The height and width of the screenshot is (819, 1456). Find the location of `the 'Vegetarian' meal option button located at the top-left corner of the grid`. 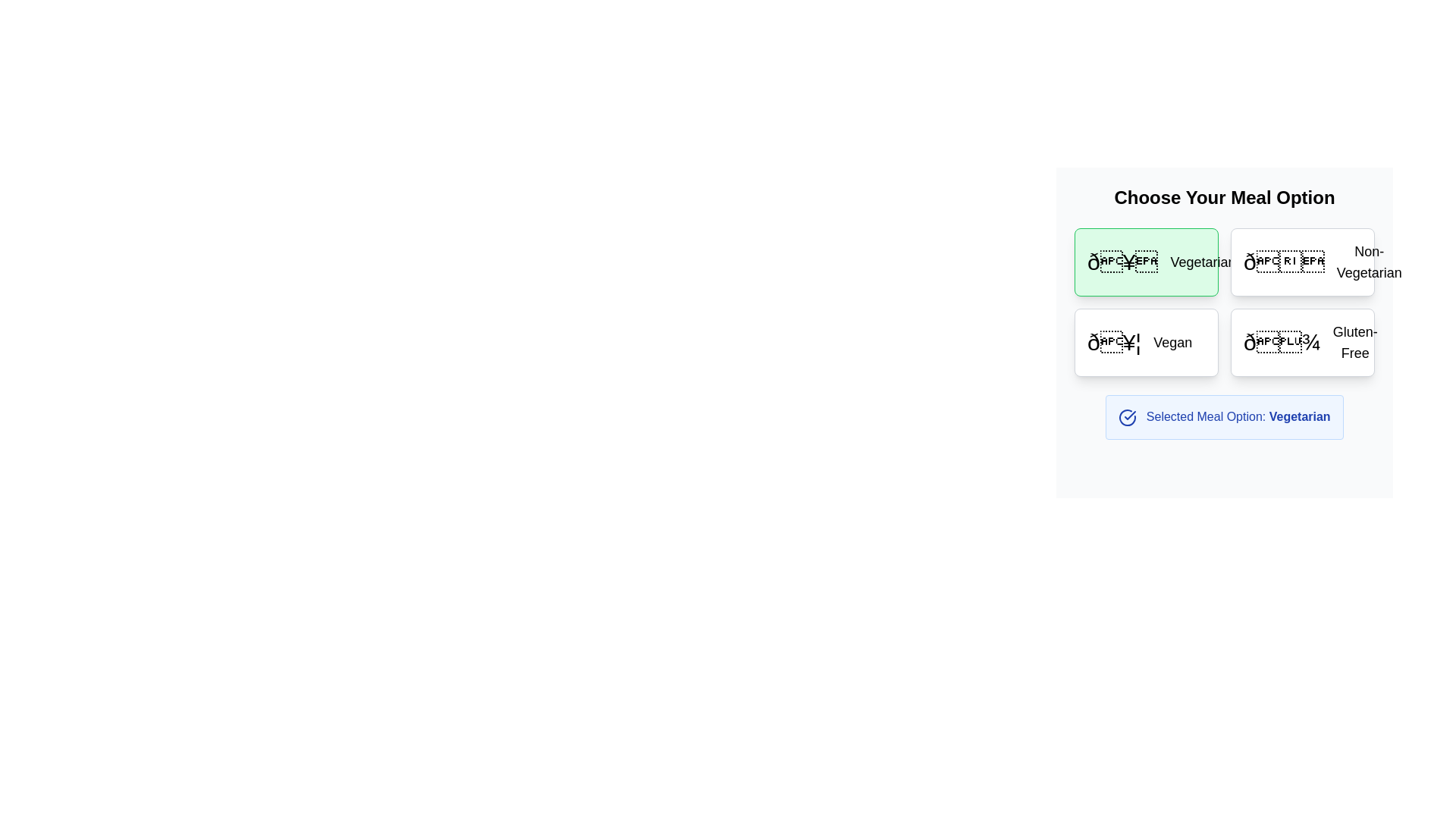

the 'Vegetarian' meal option button located at the top-left corner of the grid is located at coordinates (1147, 262).